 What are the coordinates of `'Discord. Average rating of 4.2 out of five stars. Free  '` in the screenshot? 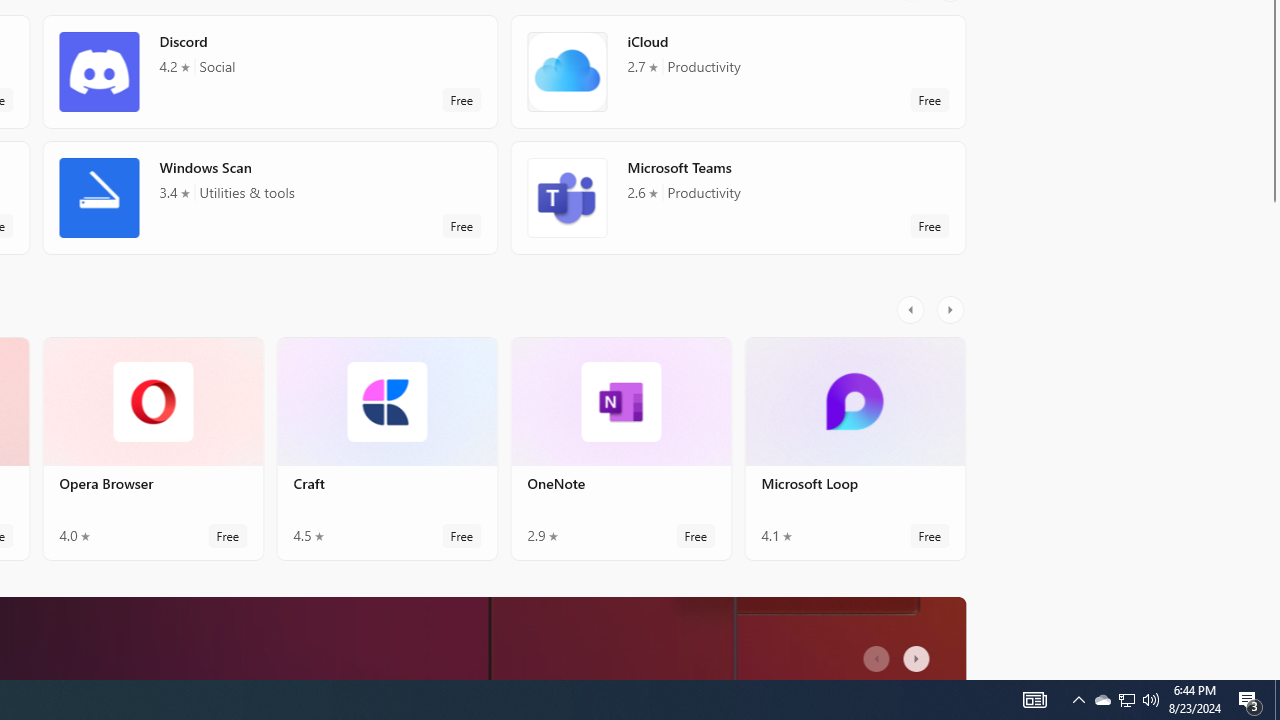 It's located at (269, 78).